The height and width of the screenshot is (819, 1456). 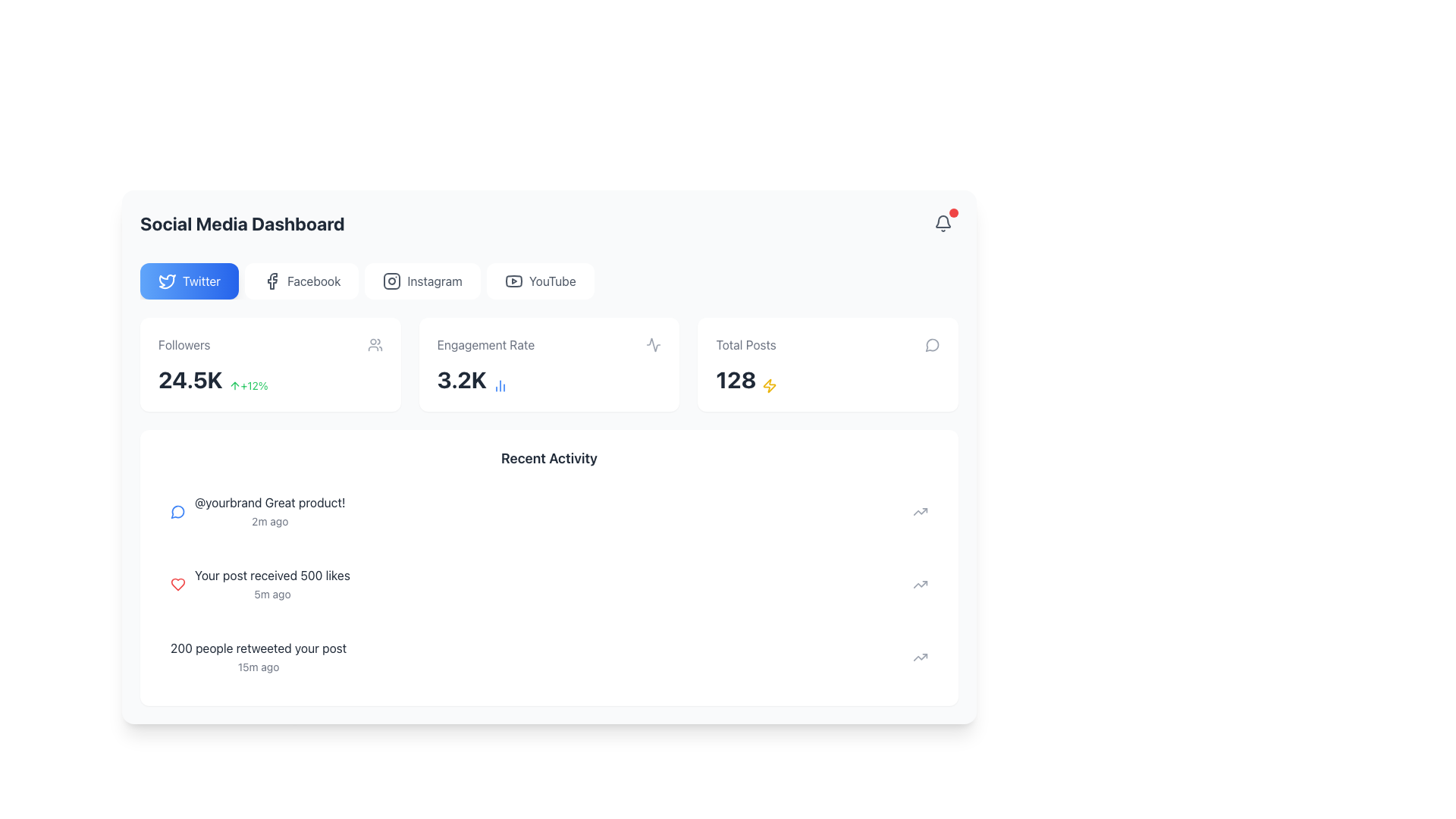 I want to click on the bold, large-text figure displaying '3.2K' in dark gray color, which is the primary numerical figure in the 'Engagement Rate' card located in the middle card of a row of three cards, so click(x=461, y=379).